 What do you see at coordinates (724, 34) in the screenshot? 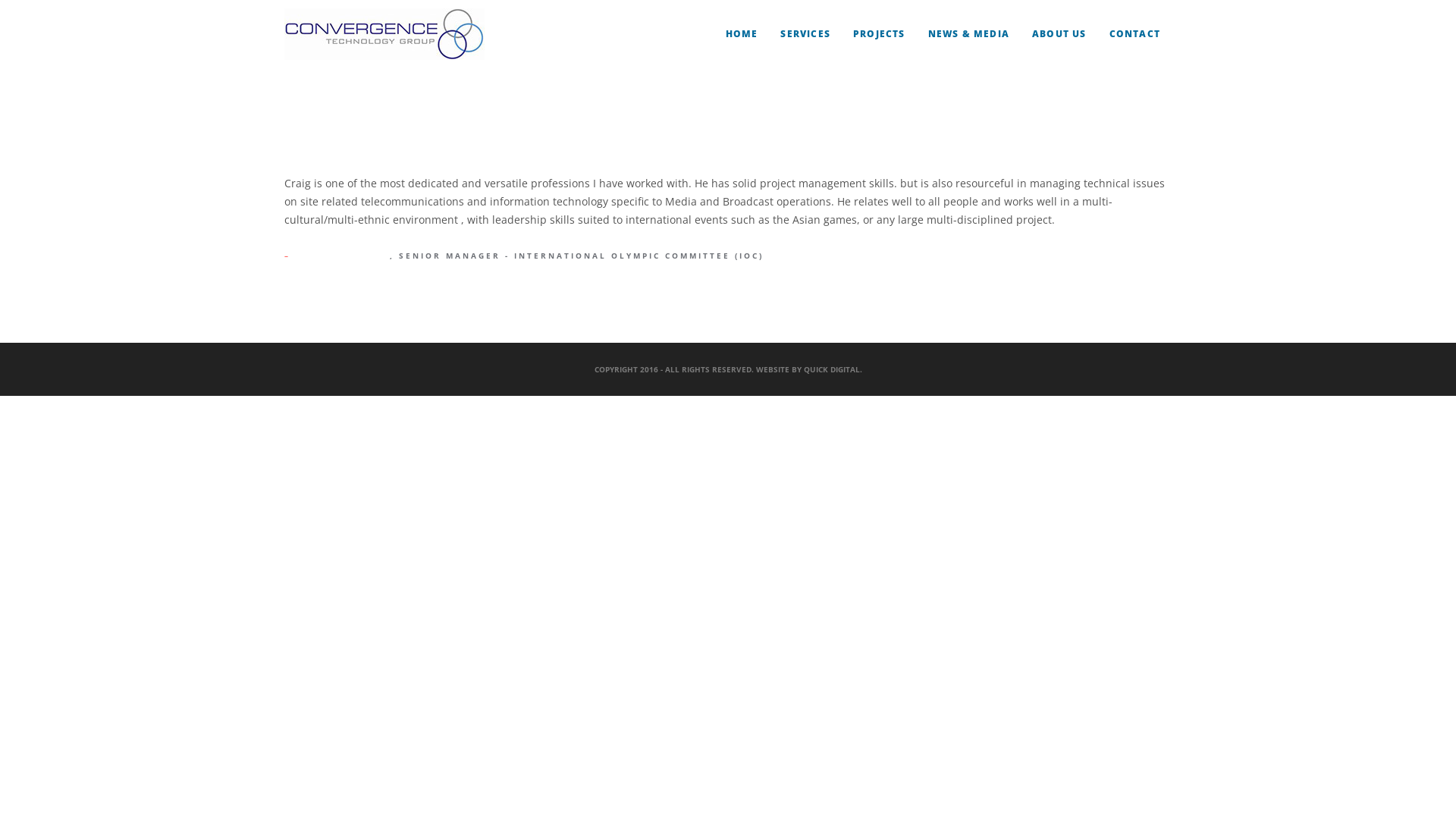
I see `'HOME'` at bounding box center [724, 34].